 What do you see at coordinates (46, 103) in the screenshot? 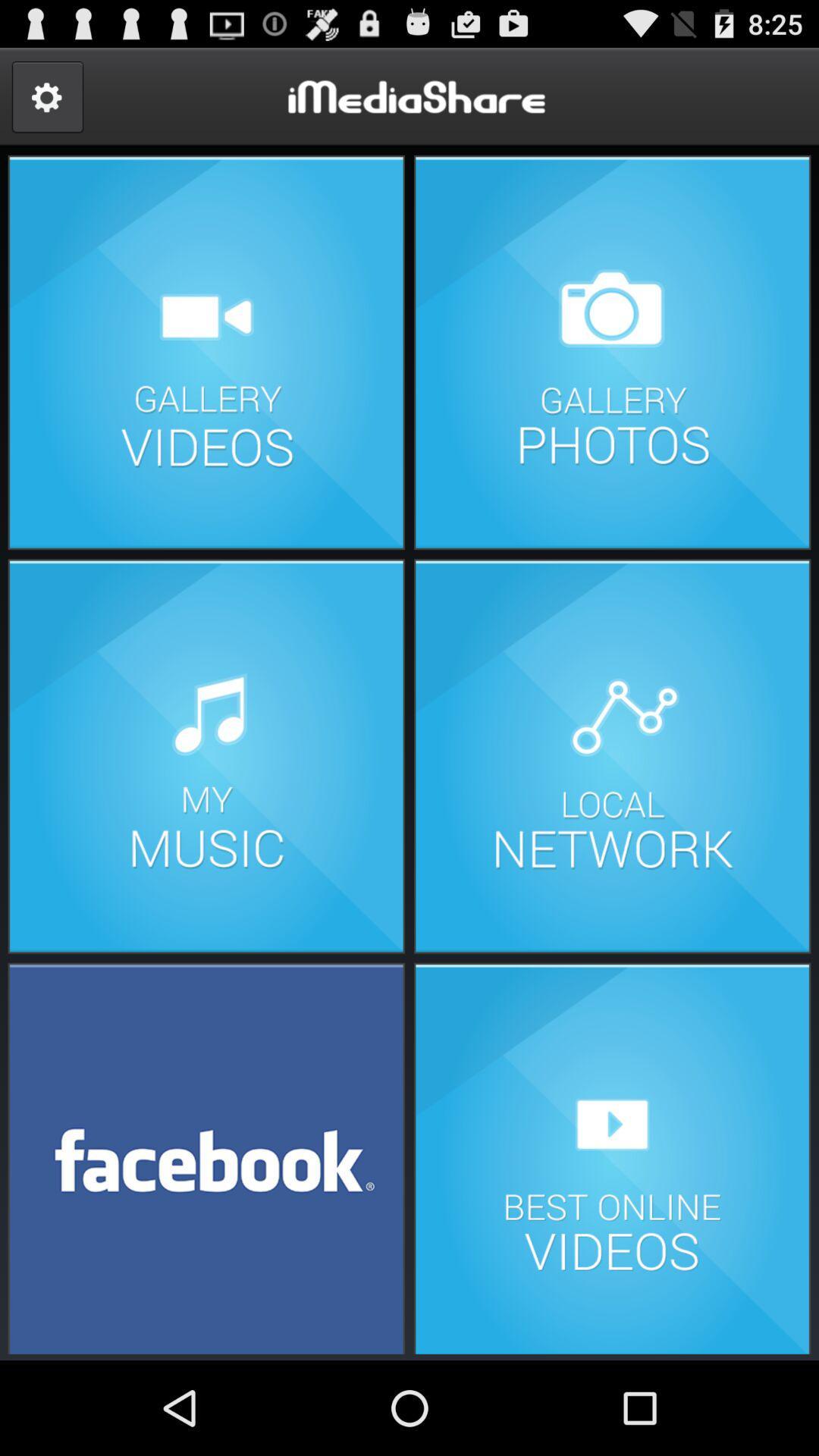
I see `the settings icon` at bounding box center [46, 103].